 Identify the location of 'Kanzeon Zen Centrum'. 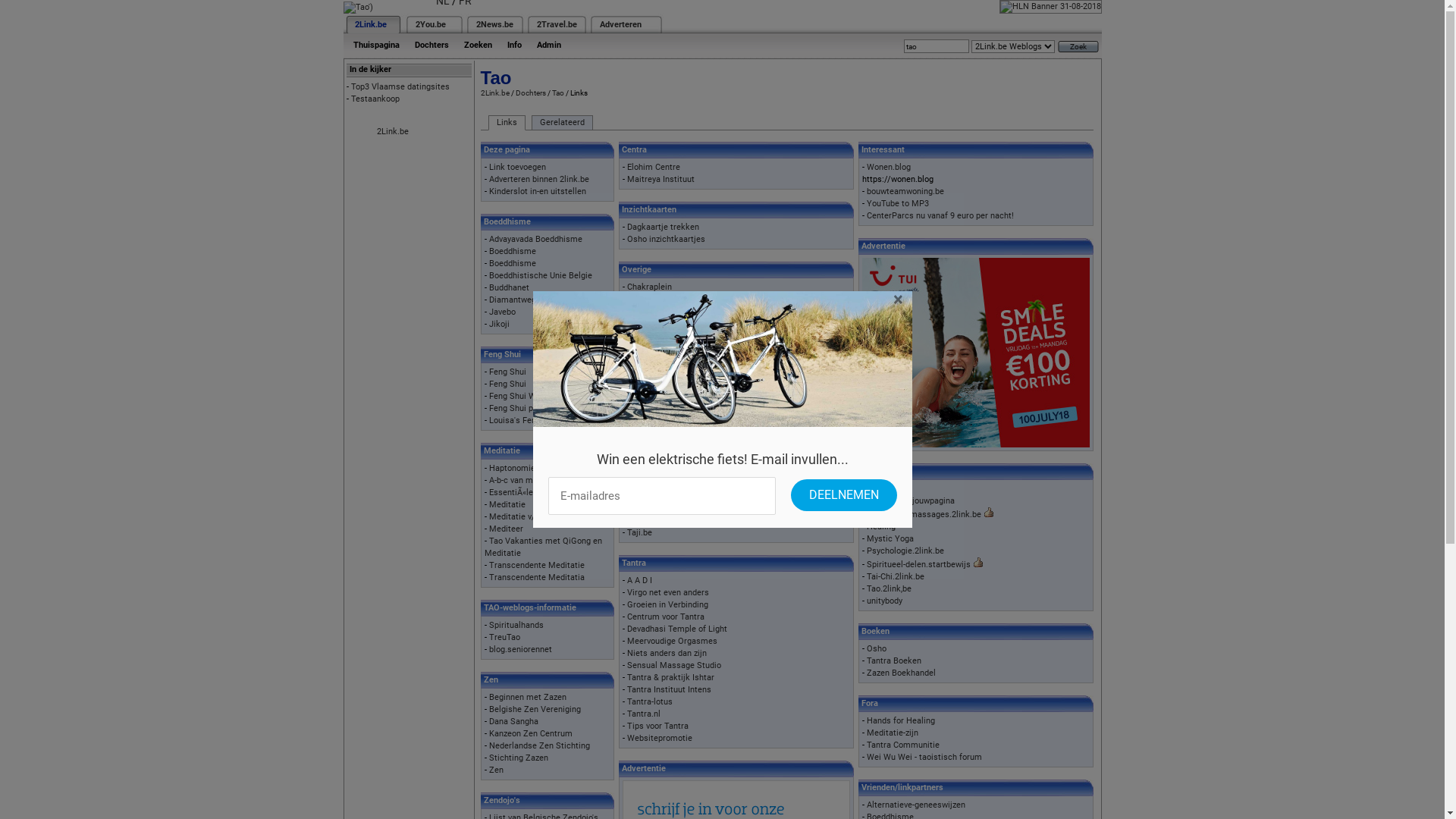
(530, 733).